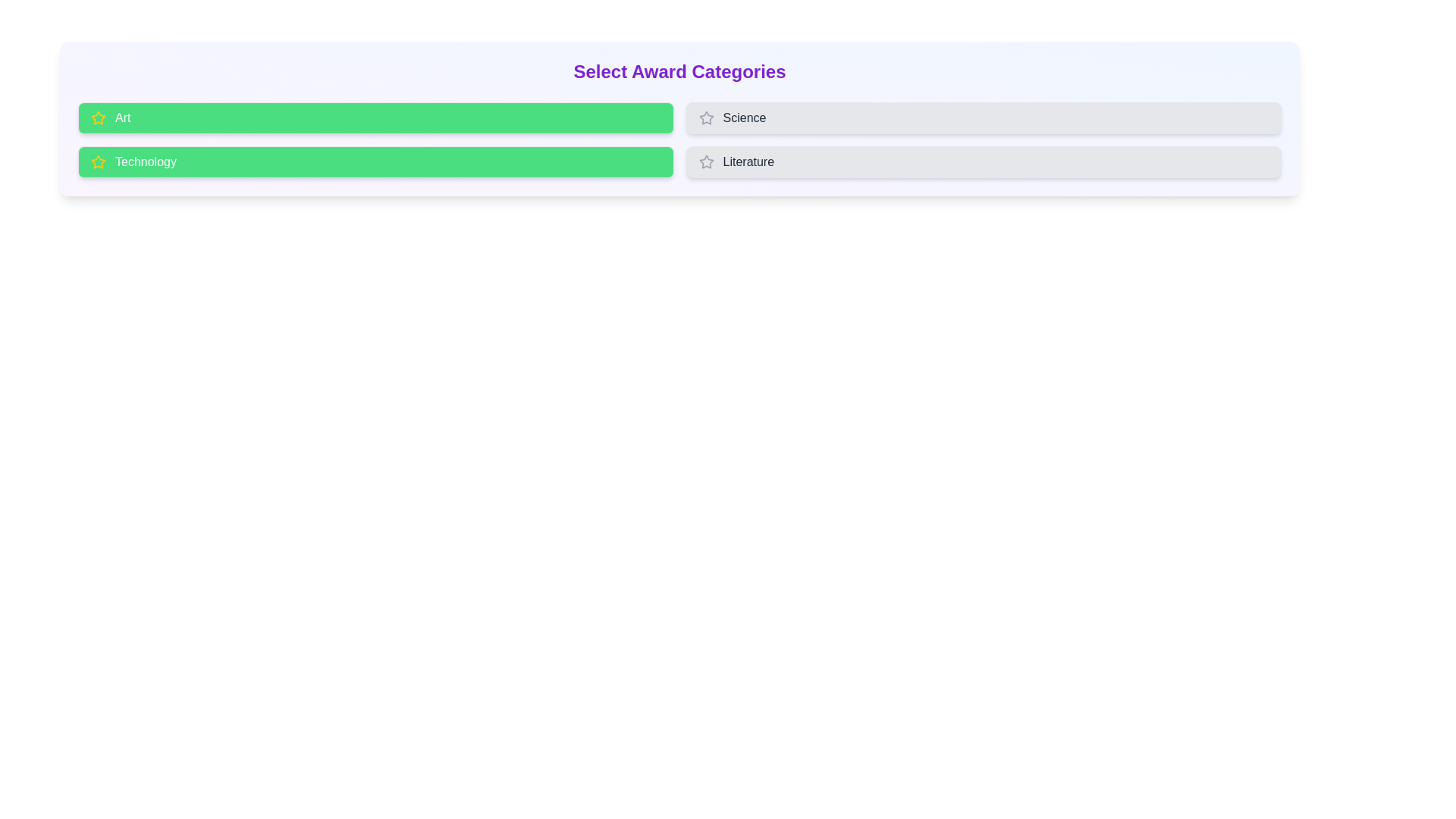 This screenshot has height=819, width=1456. I want to click on the button for Art to observe its hover effect, so click(375, 117).